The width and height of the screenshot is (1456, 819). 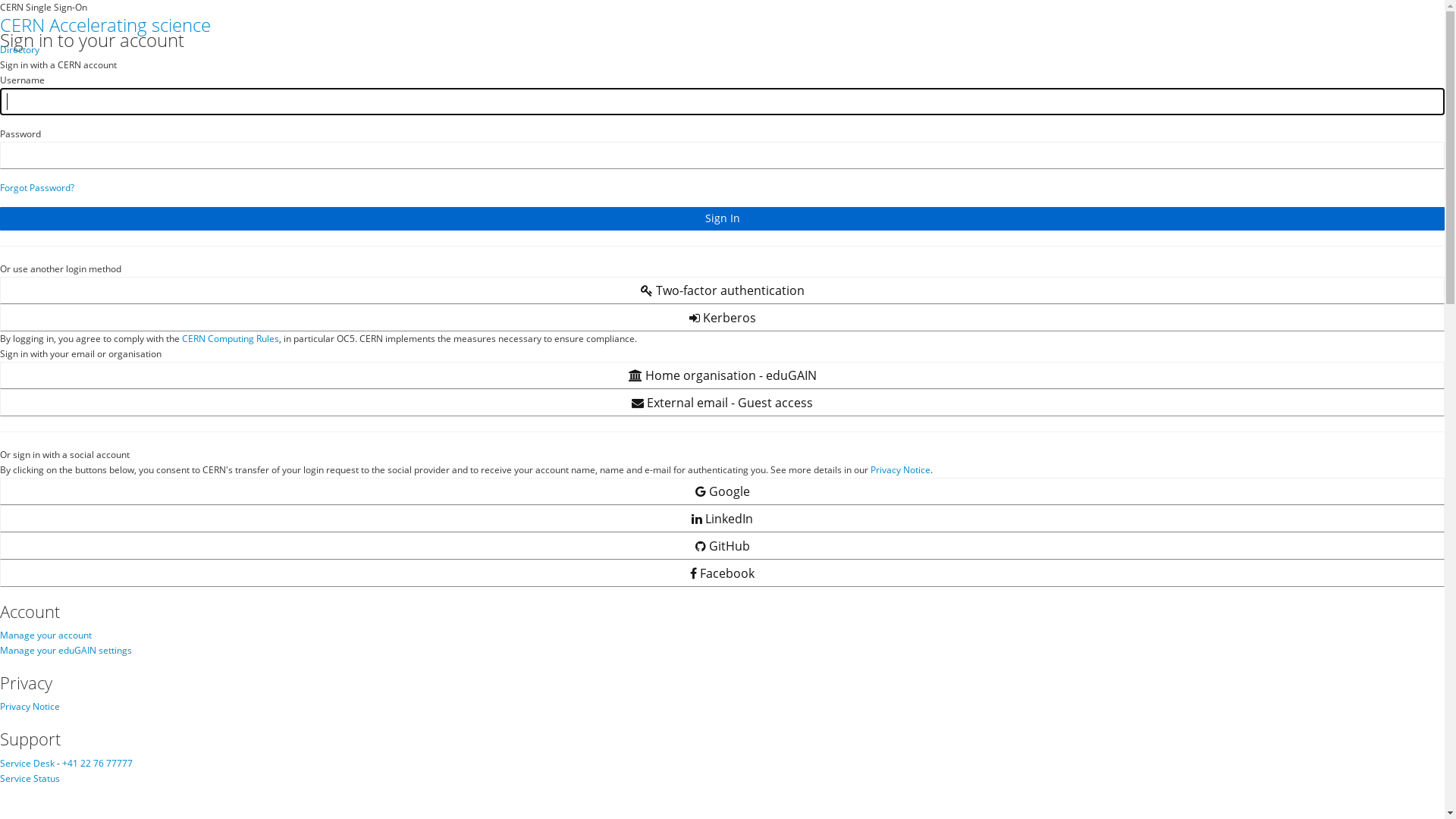 I want to click on 'Two-factor authentication', so click(x=721, y=290).